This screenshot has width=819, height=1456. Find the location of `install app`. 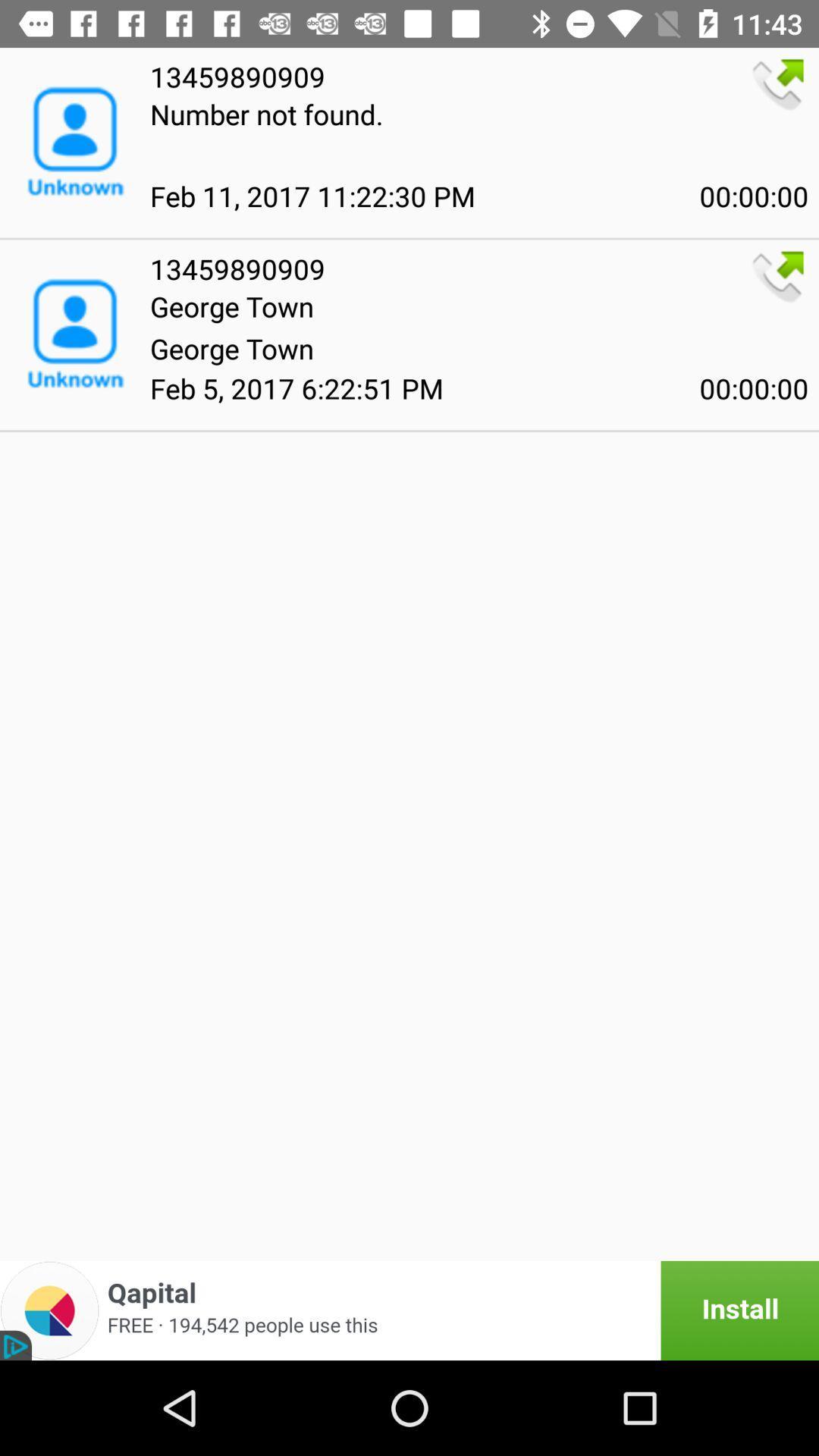

install app is located at coordinates (409, 1310).